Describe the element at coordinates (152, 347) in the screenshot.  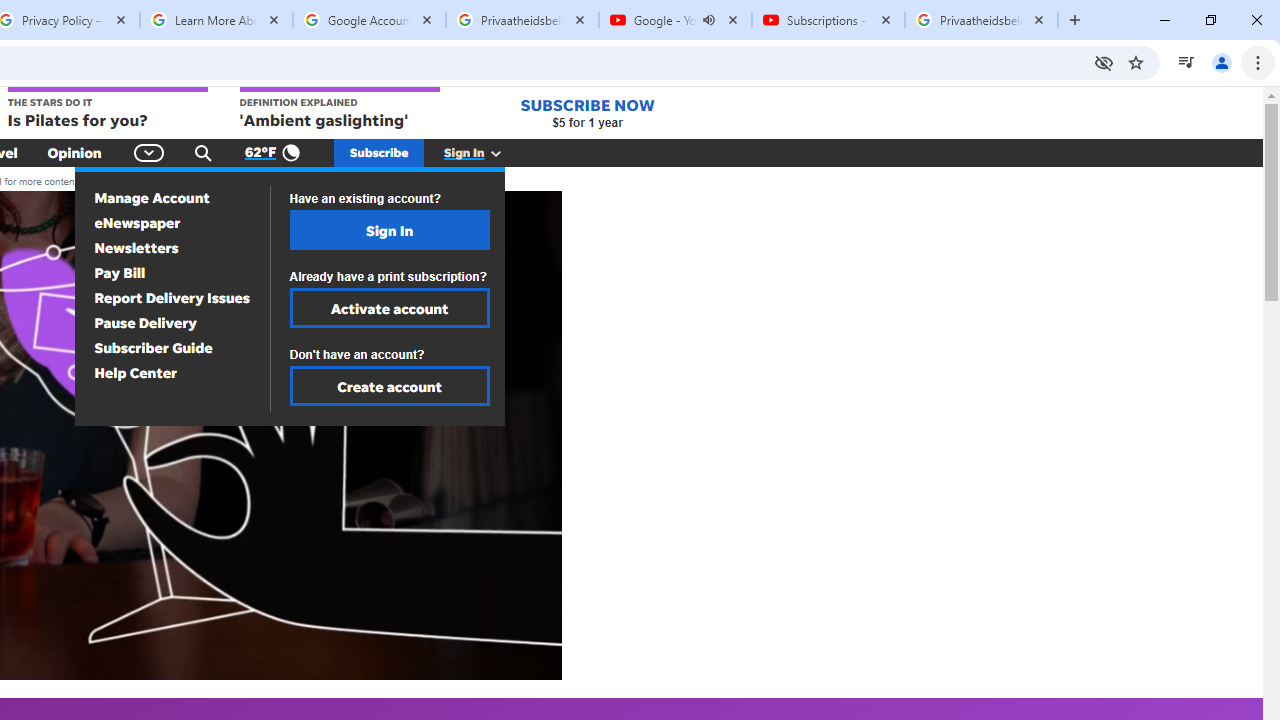
I see `'Subscriber Guide'` at that location.